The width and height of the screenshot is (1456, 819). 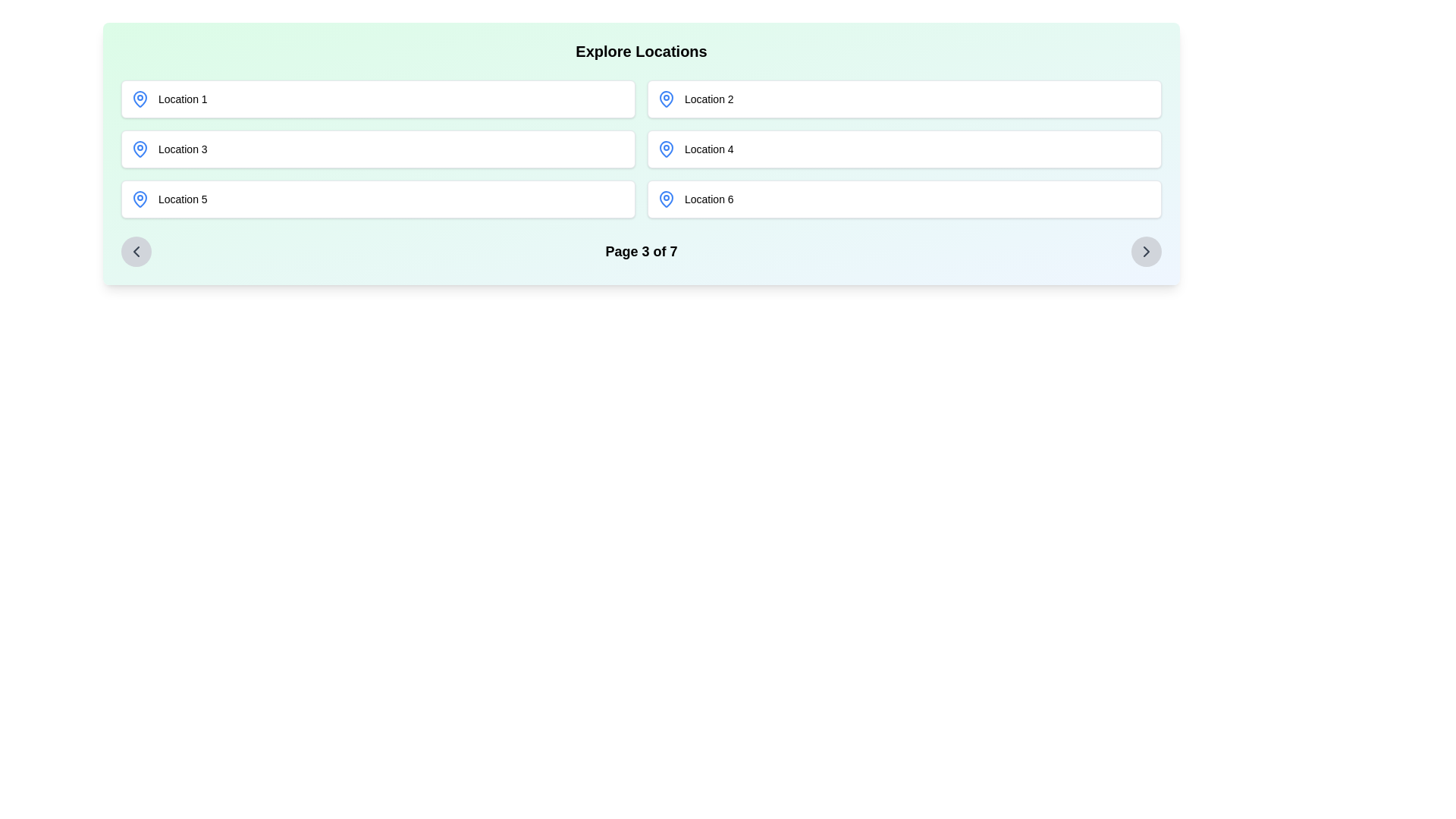 I want to click on text content of the 'Location 2' label, which is displayed in medium black font as part of the interactive card layout, so click(x=708, y=99).